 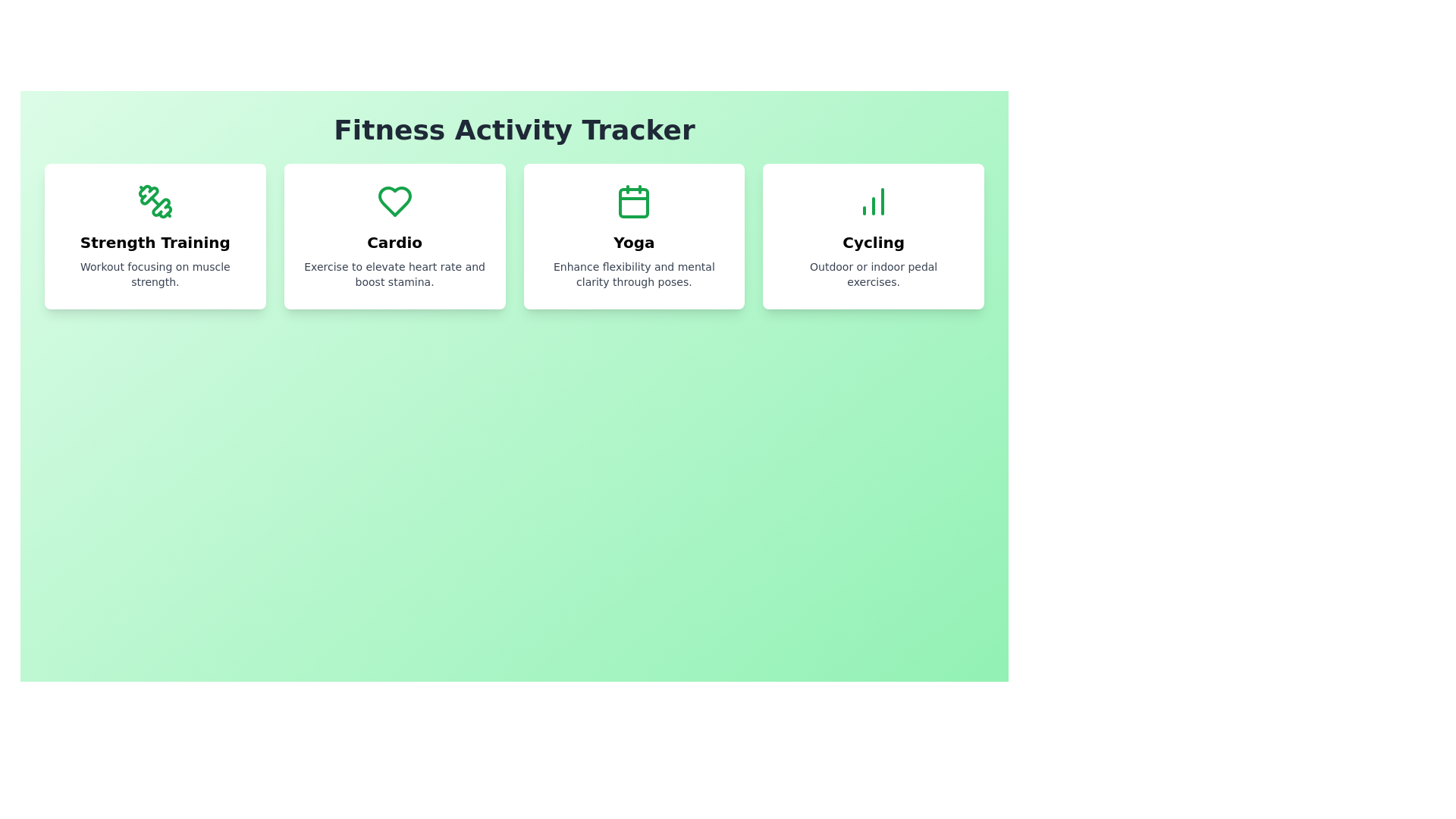 I want to click on bold, large font Static Text Label displaying 'Strength Training' to understand the purpose of the card it is centered in, so click(x=155, y=242).